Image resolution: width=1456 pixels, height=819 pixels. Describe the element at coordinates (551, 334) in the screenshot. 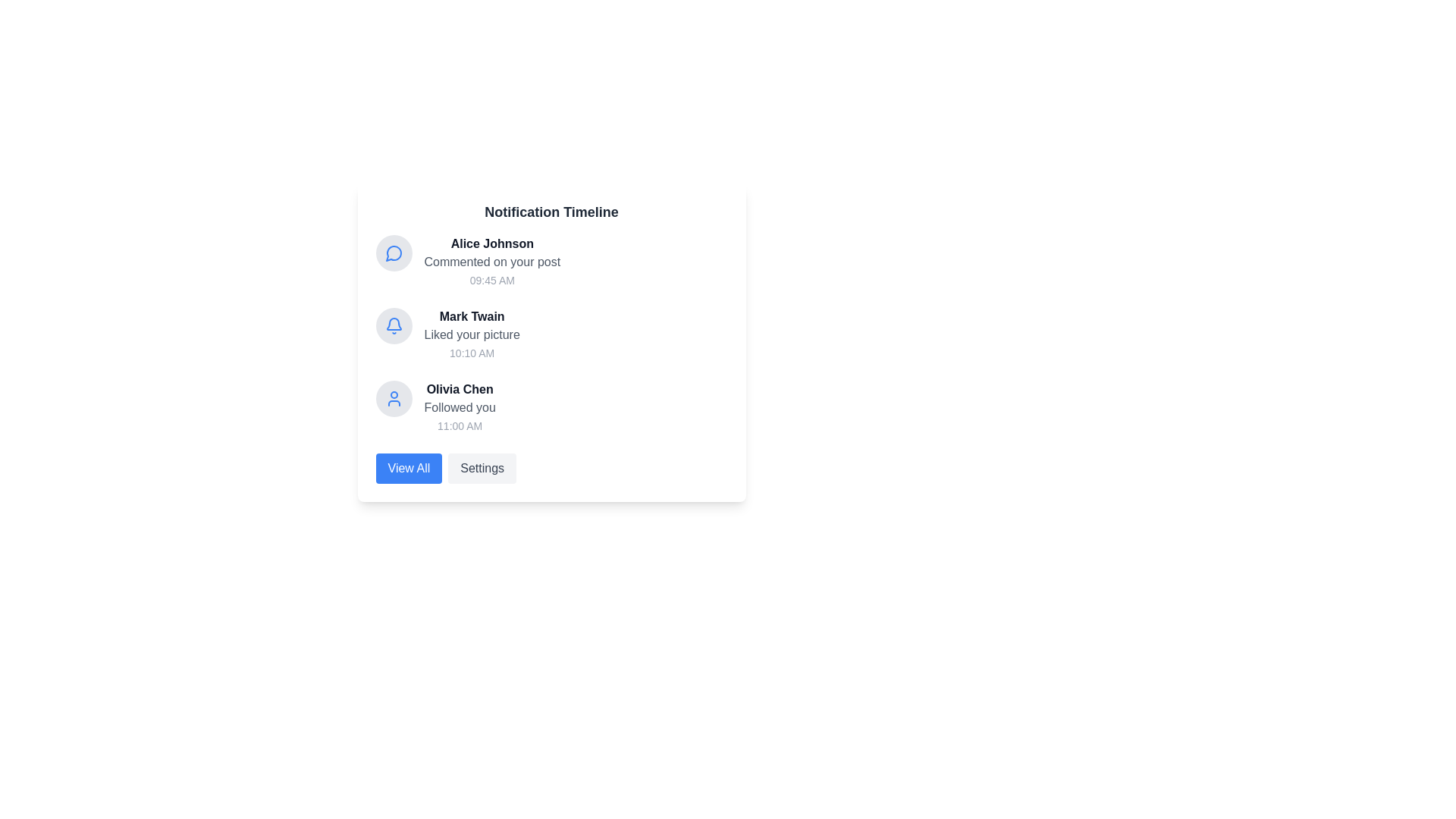

I see `the second notification in the Notification Timeline panel that informs the user that 'Mark Twain' liked their picture` at that location.